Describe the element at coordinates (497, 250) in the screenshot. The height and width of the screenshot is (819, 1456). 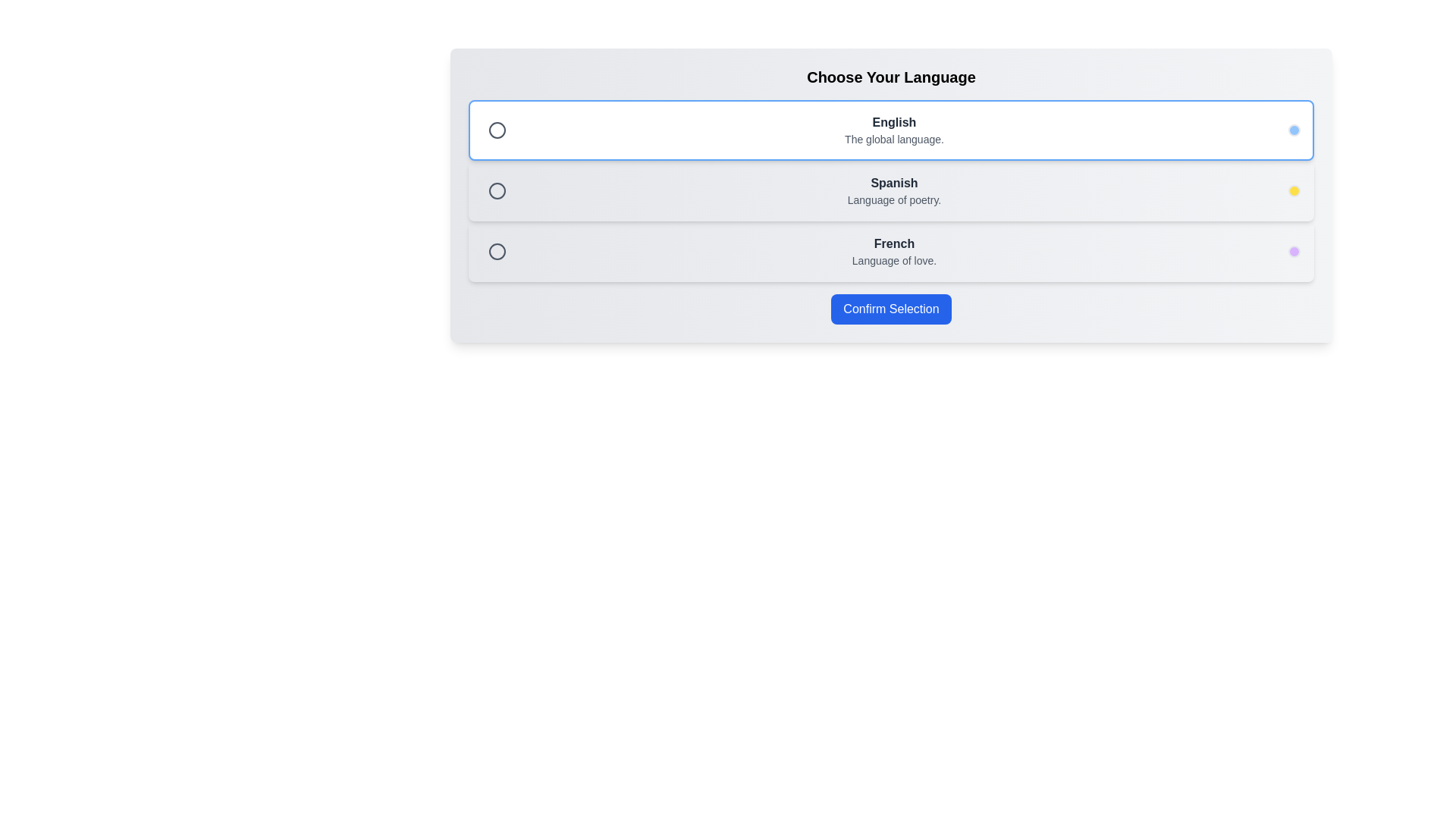
I see `the circular radio button` at that location.